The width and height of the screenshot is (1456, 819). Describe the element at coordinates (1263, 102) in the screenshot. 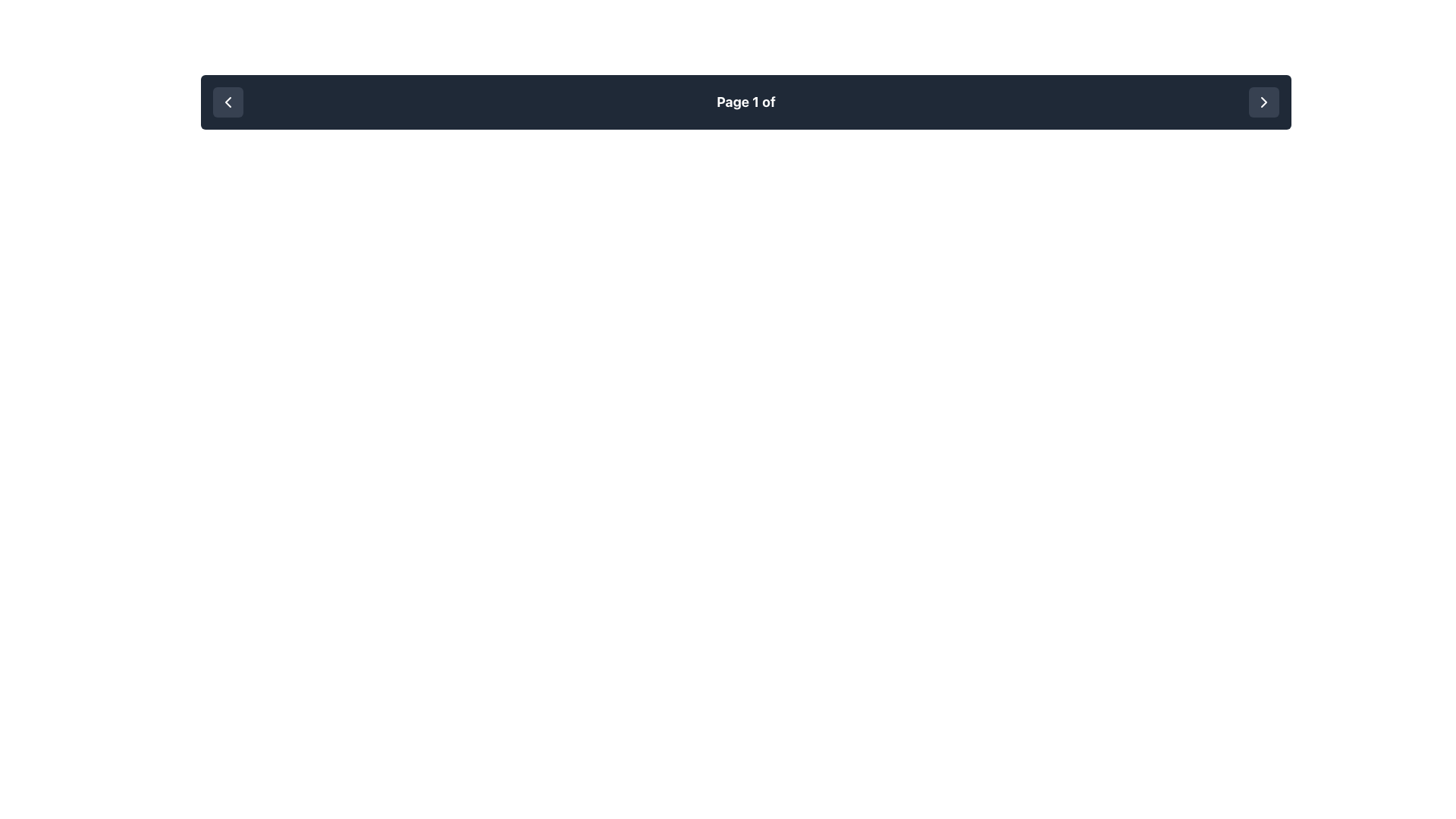

I see `the 'next' button located at the far-right of the header layout` at that location.